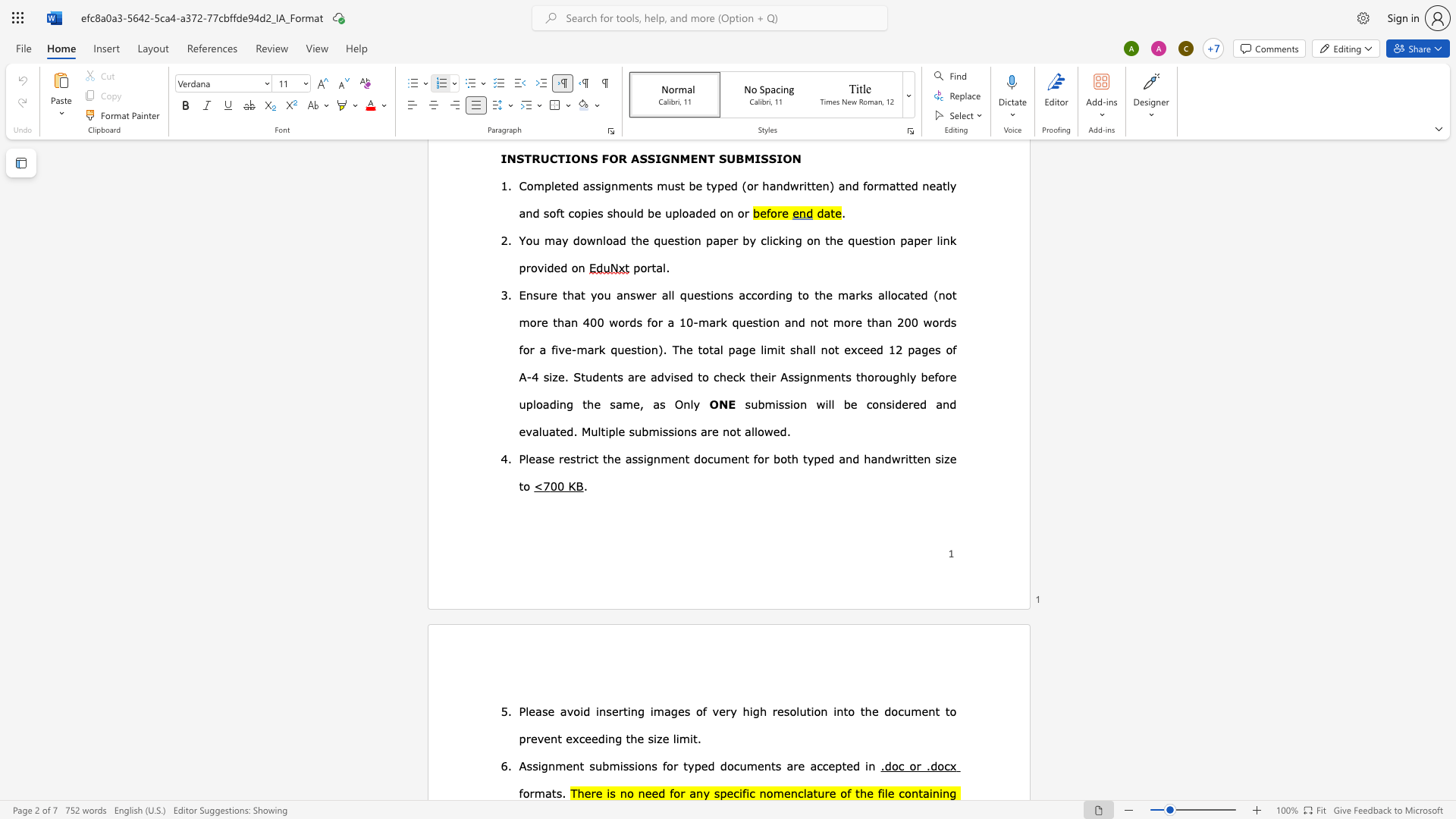  What do you see at coordinates (888, 792) in the screenshot?
I see `the space between the continuous character "l" and "e" in the text` at bounding box center [888, 792].